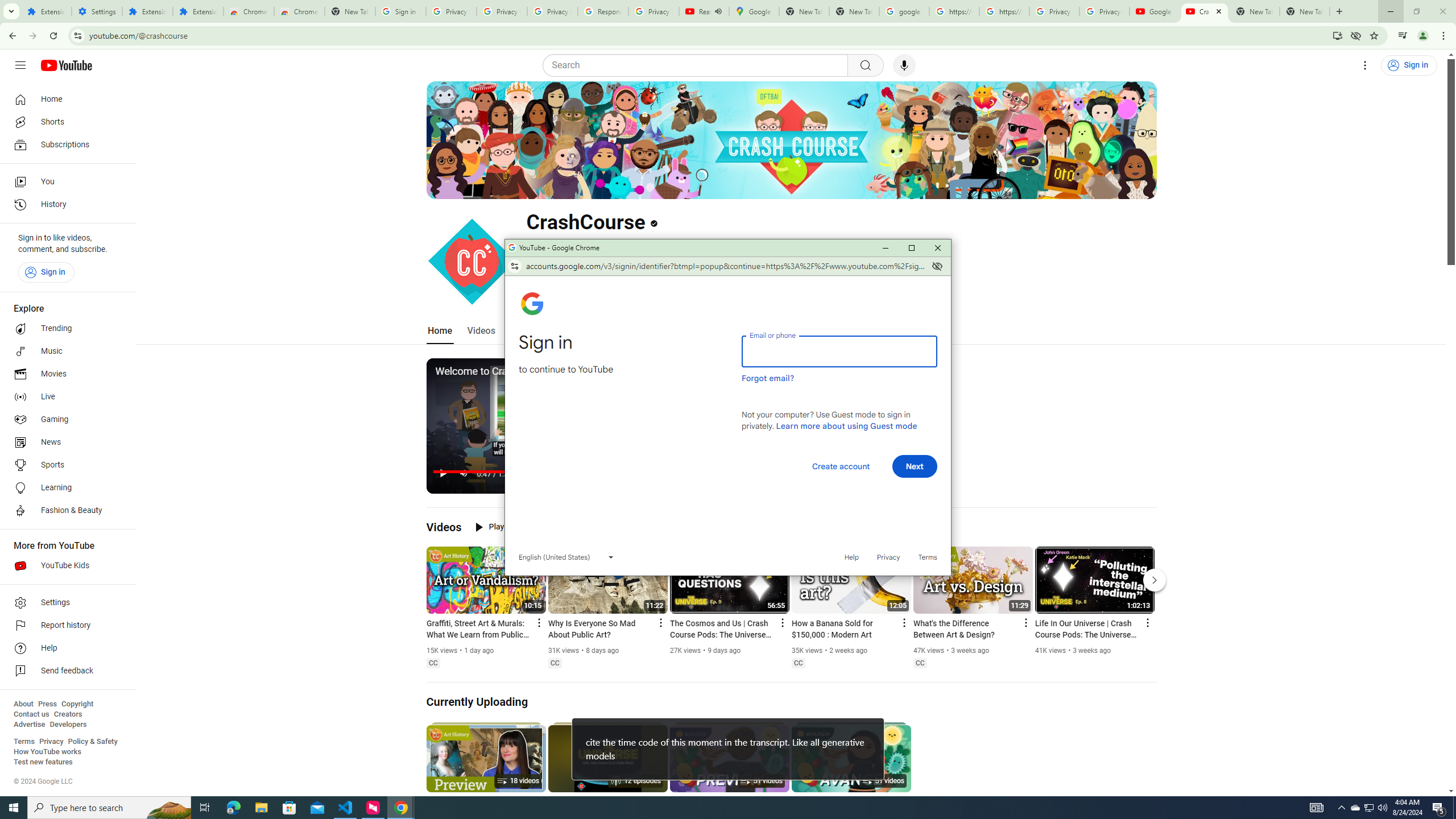  What do you see at coordinates (64, 464) in the screenshot?
I see `'Sports'` at bounding box center [64, 464].